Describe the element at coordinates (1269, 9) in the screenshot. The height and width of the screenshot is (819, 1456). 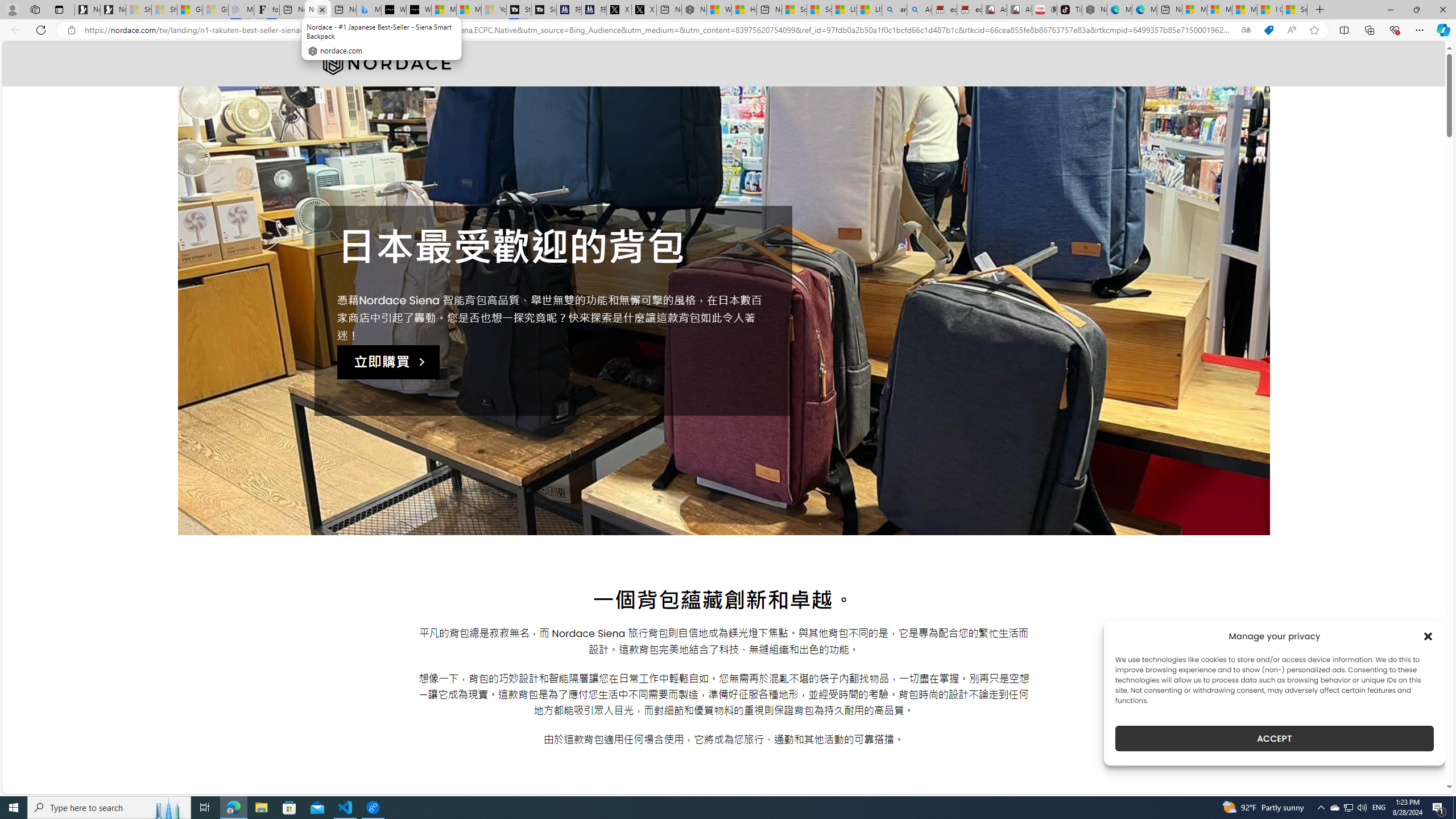
I see `'I Gained 20 Pounds of Muscle in 30 Days! | Watch'` at that location.